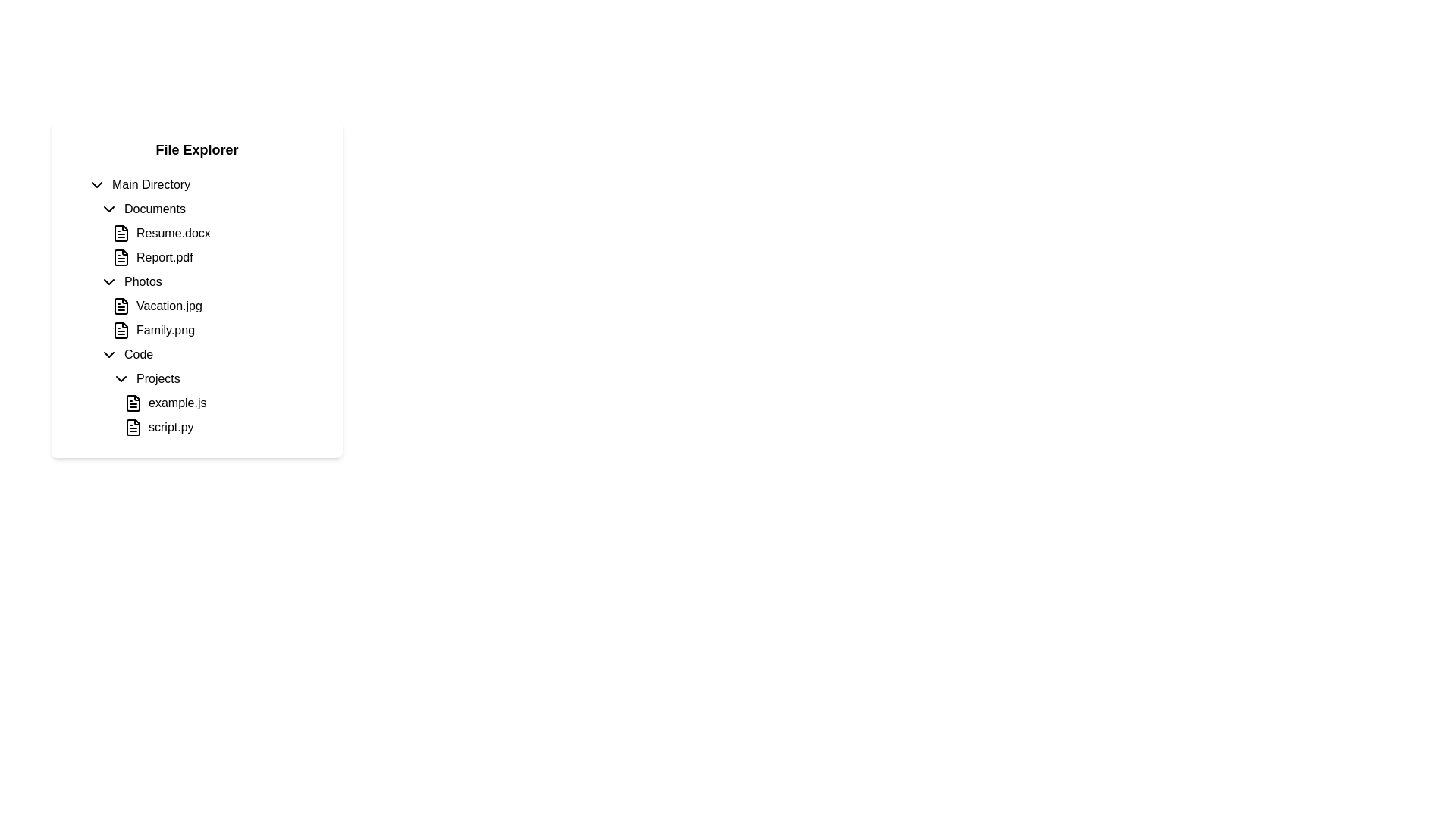 This screenshot has width=1456, height=819. What do you see at coordinates (208, 329) in the screenshot?
I see `to select the file entry named 'Family.png' located under the 'Photos' section of the file explorer, which is the second item following 'Vacation.jpg'` at bounding box center [208, 329].